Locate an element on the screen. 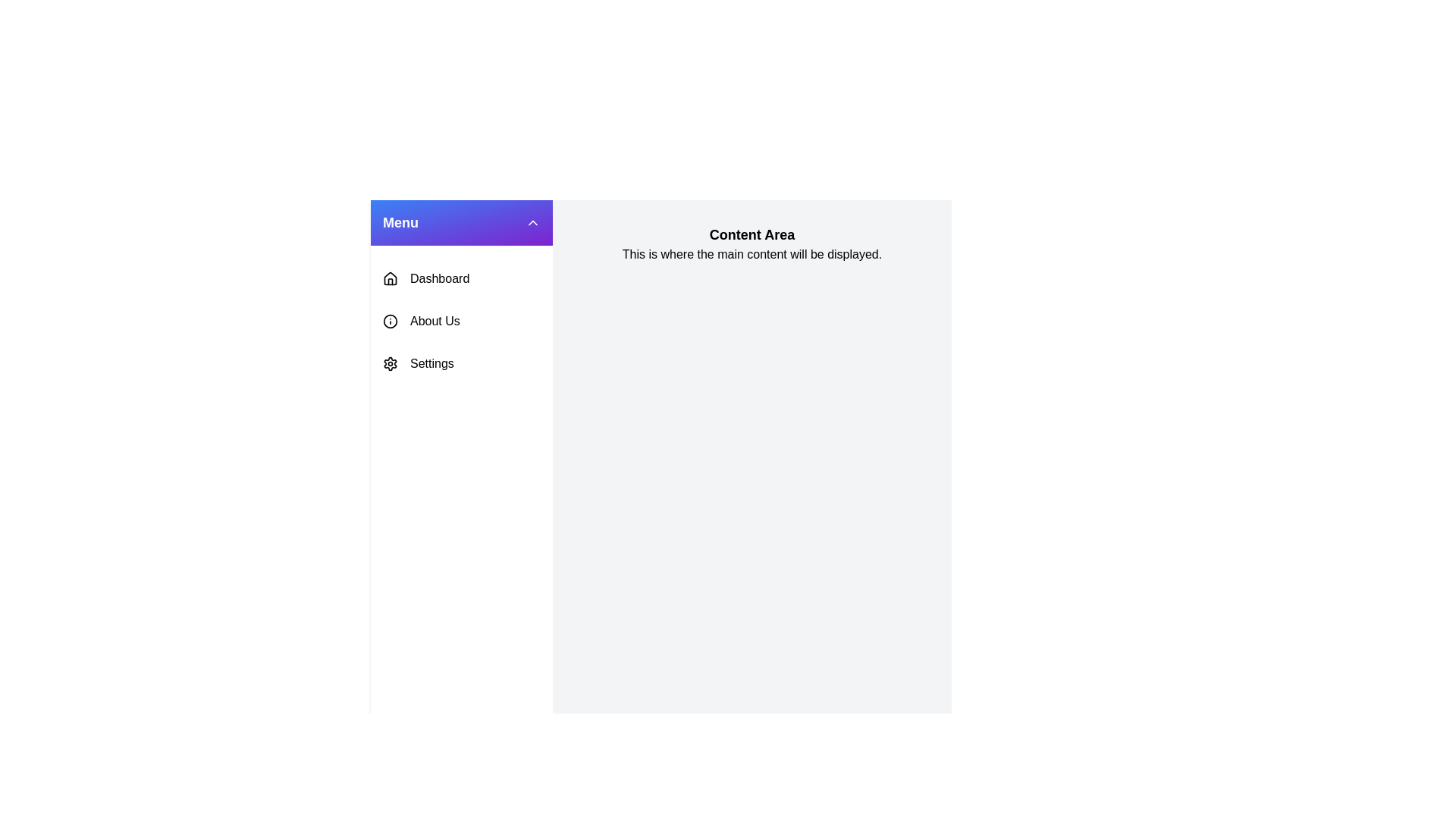 This screenshot has height=819, width=1456. the menu item About Us from the sidebar is located at coordinates (461, 321).